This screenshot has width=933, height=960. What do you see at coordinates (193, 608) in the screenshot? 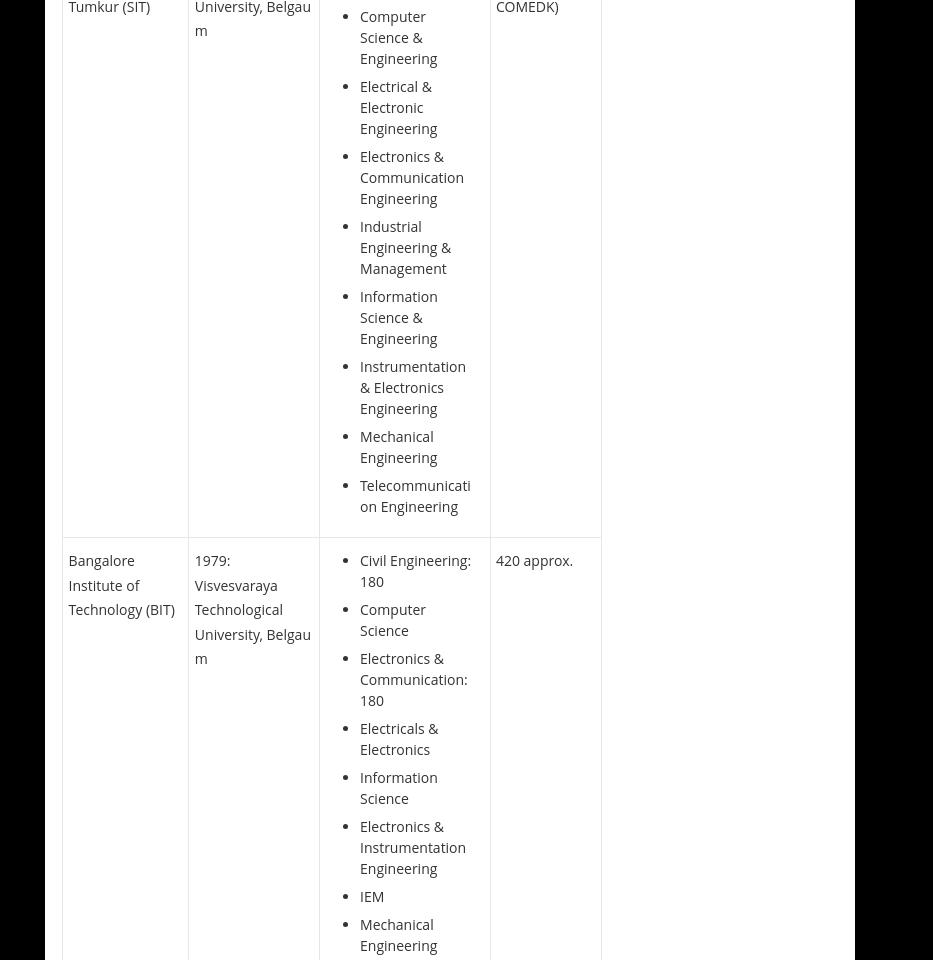
I see `'1979: Visvesvaraya Technological University, Belgaum'` at bounding box center [193, 608].